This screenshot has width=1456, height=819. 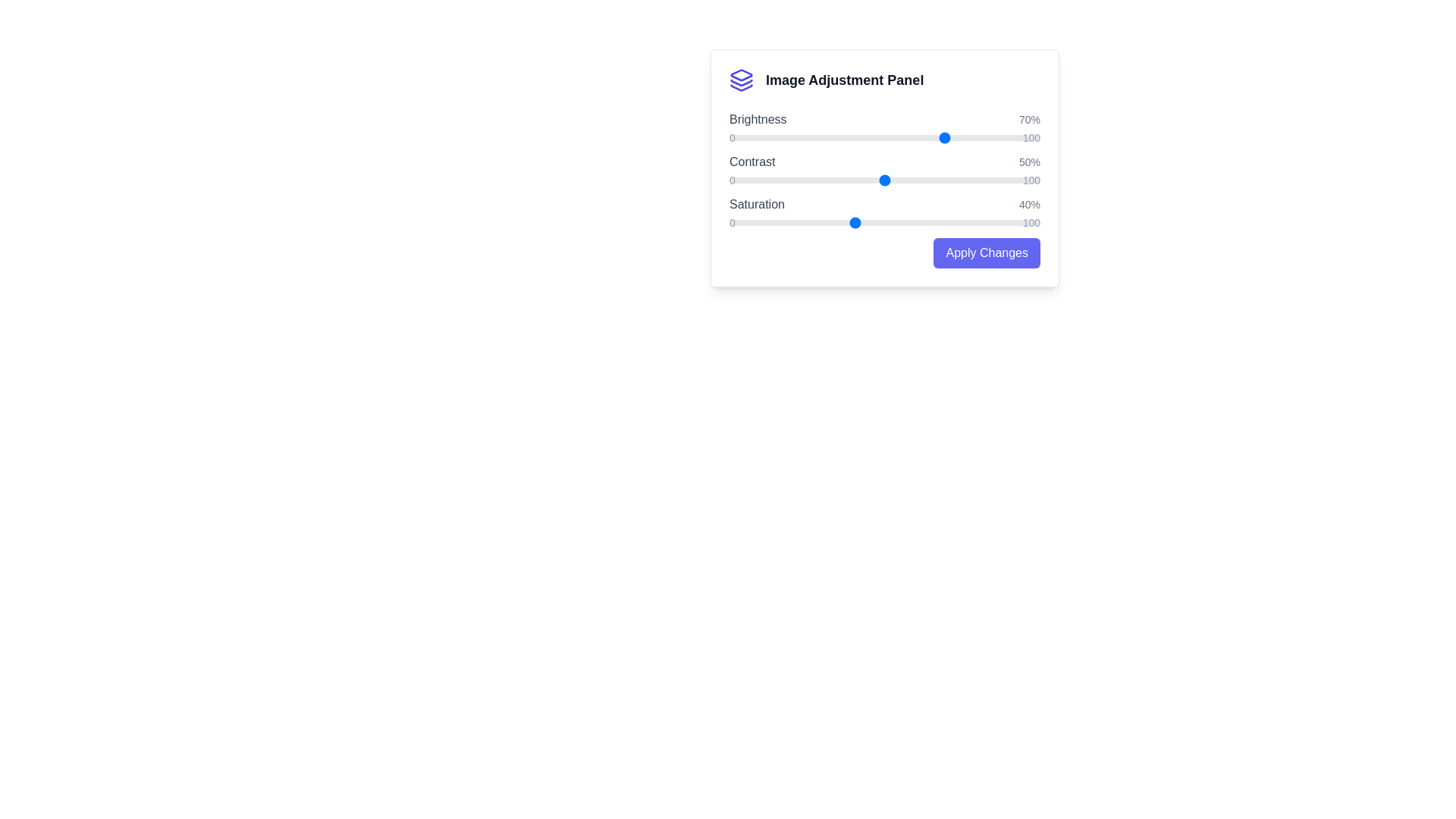 I want to click on the slider for contrast, so click(x=884, y=180).